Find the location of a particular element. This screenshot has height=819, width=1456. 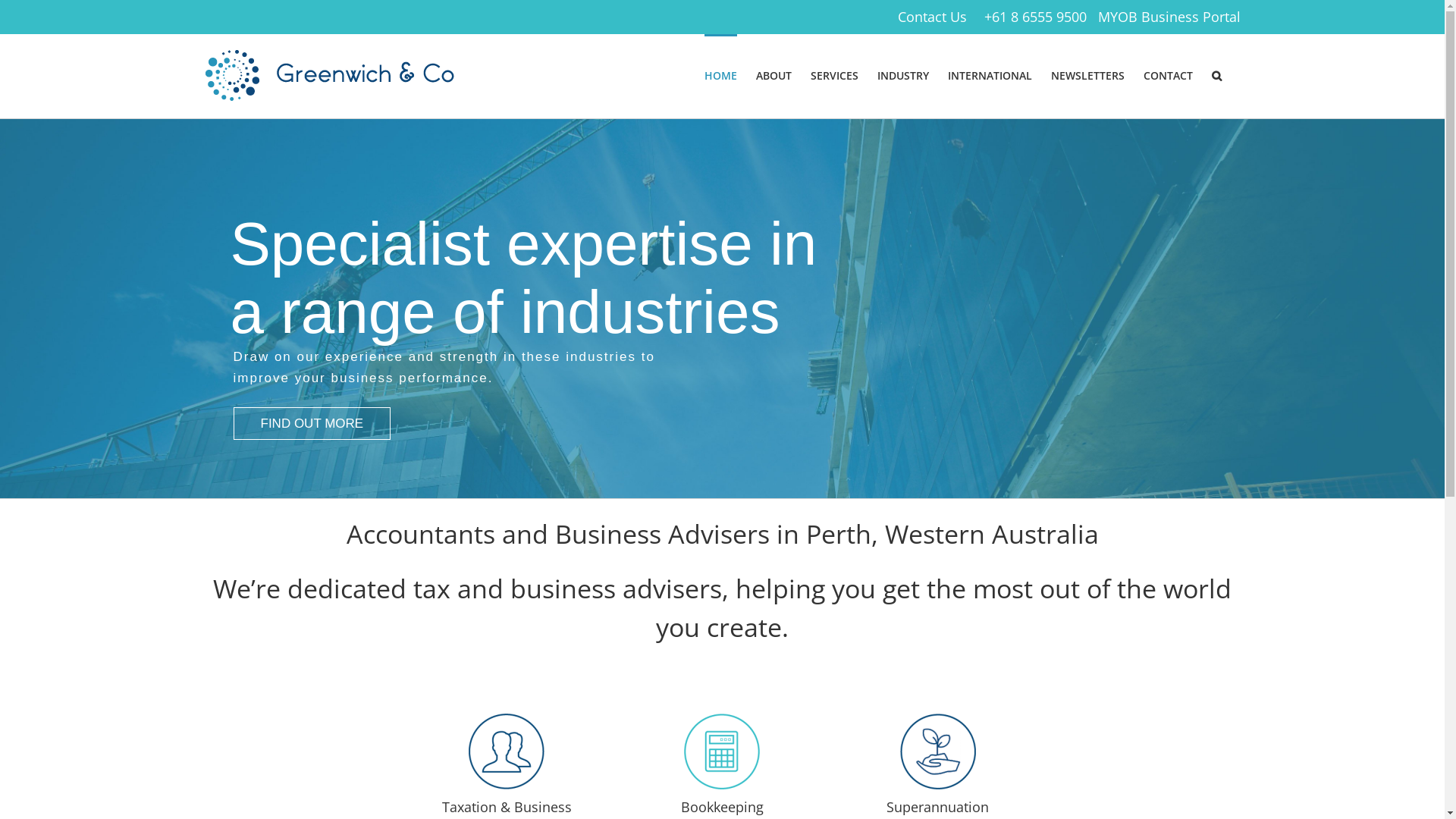

'HOME' is located at coordinates (719, 74).